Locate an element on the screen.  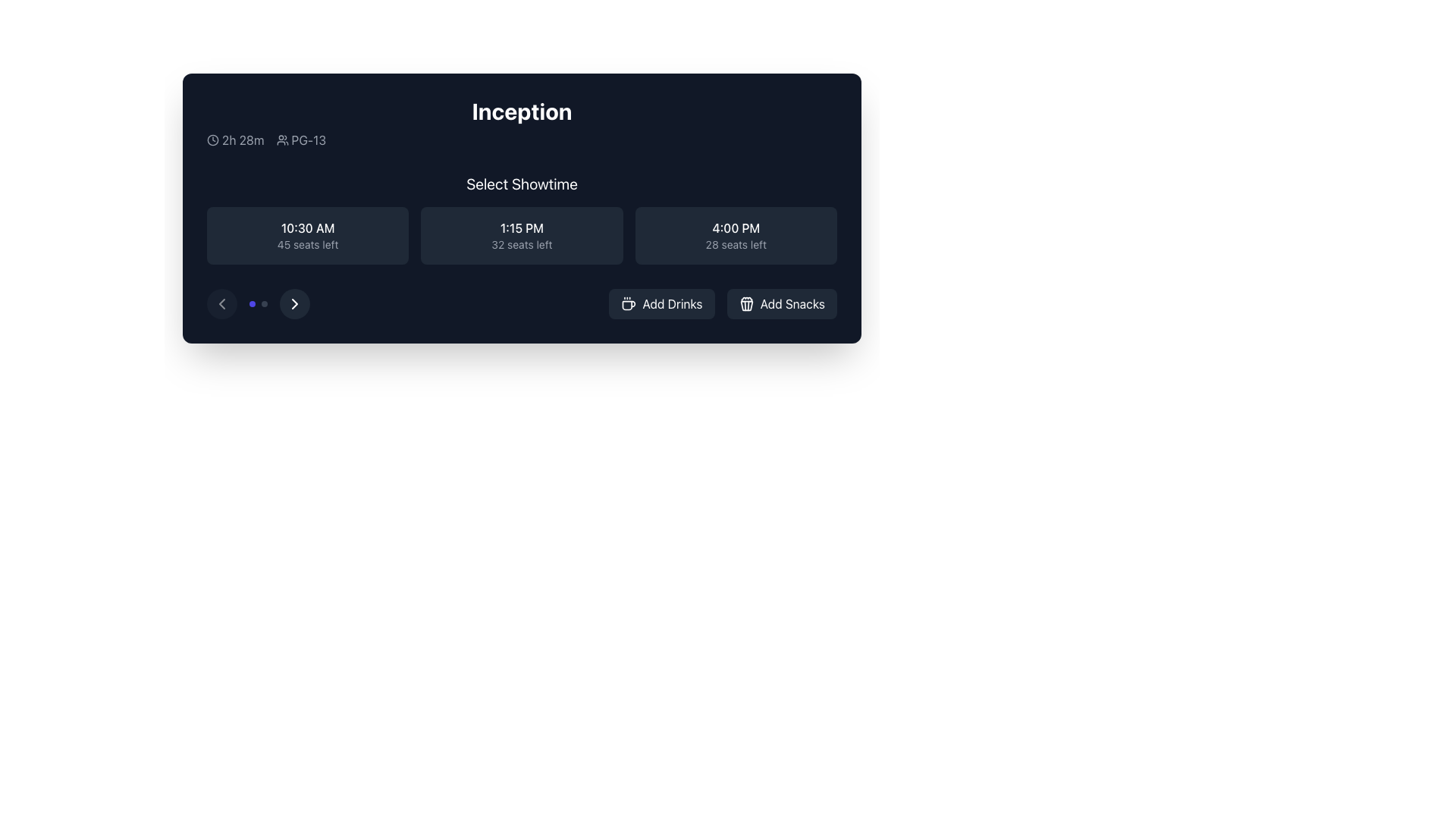
the second button in the 'Select Showtime' section is located at coordinates (522, 219).